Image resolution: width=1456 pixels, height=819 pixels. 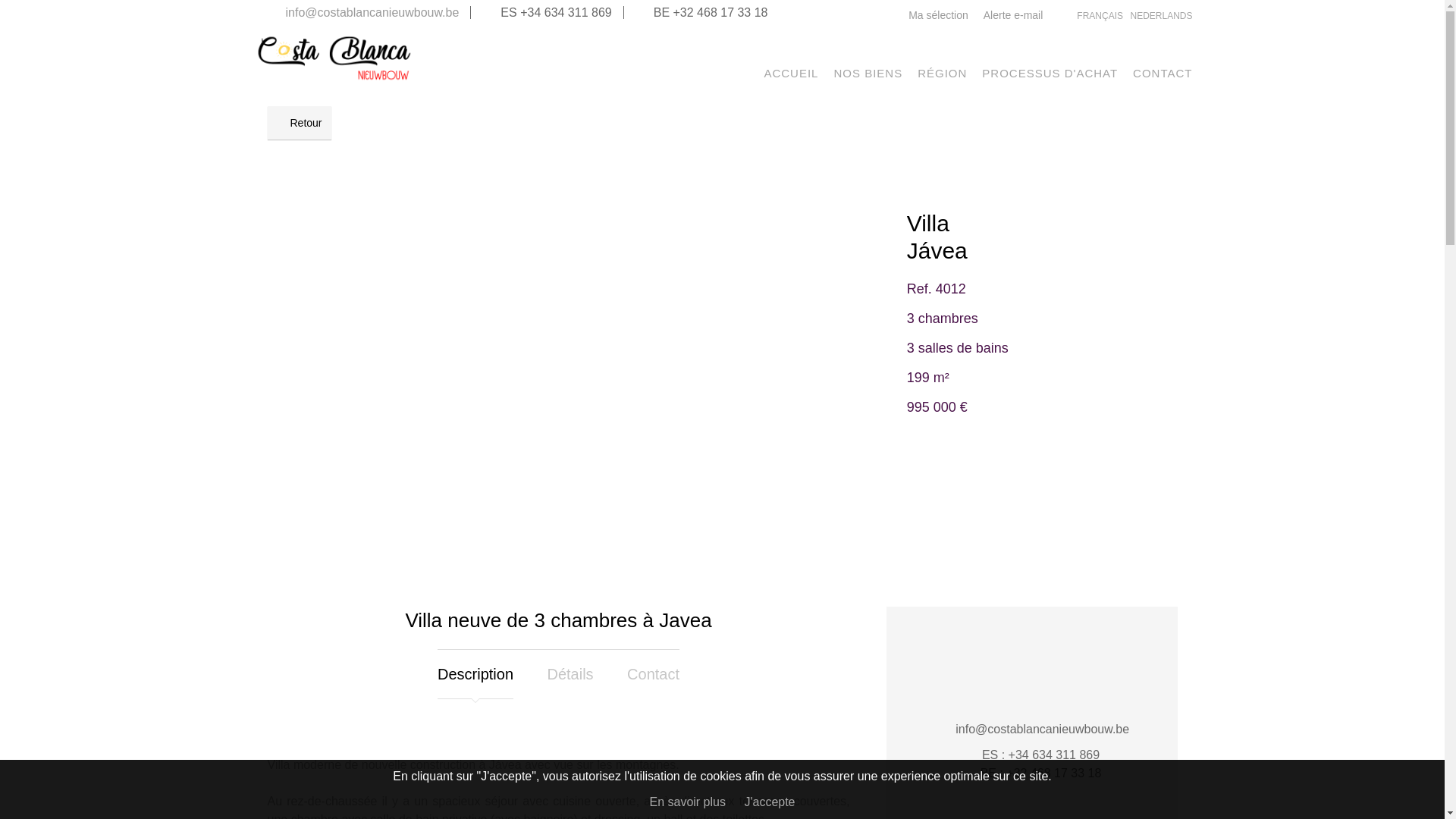 I want to click on 'CONTACT', so click(x=1161, y=73).